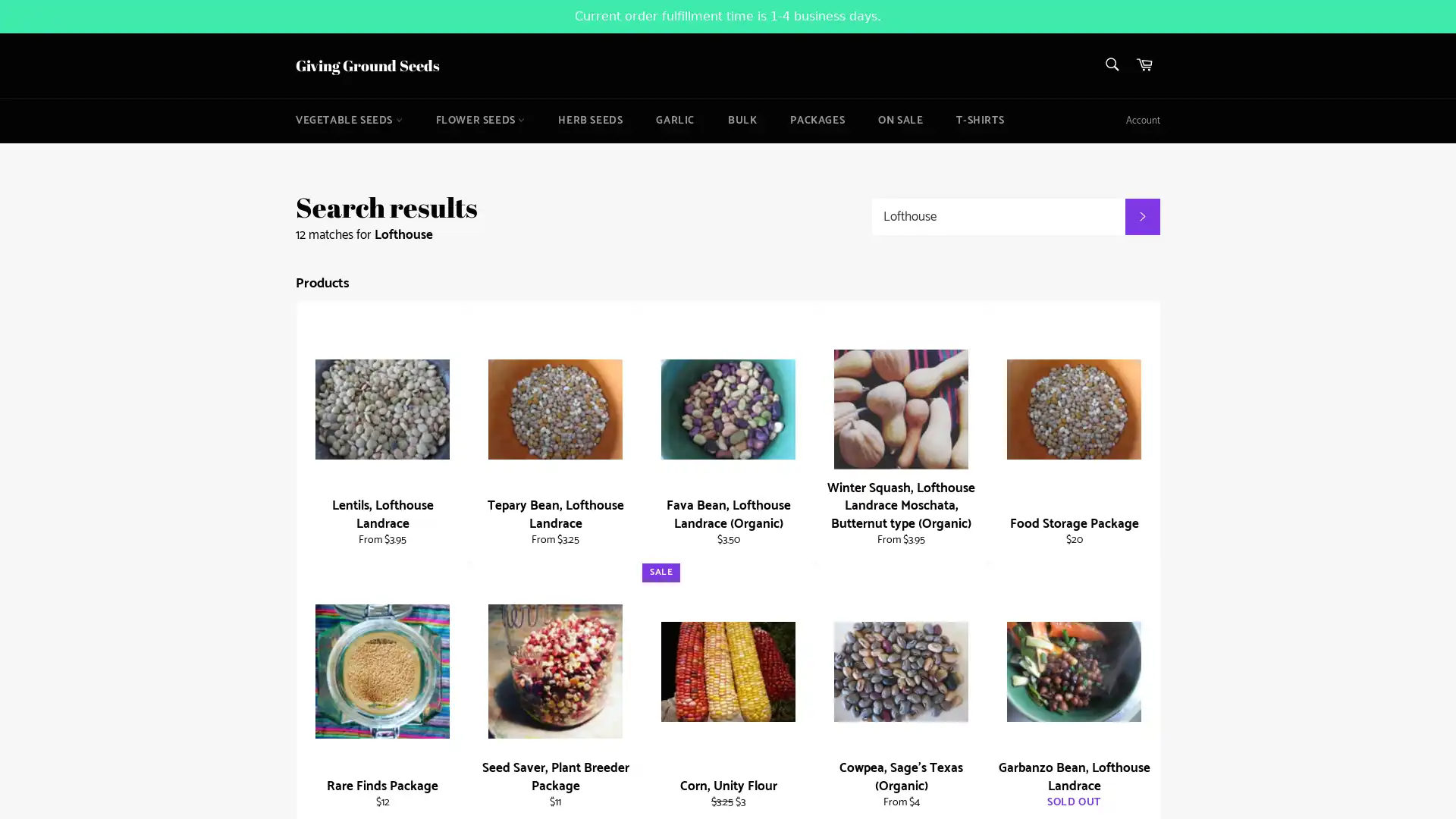  Describe the element at coordinates (1110, 63) in the screenshot. I see `Search` at that location.